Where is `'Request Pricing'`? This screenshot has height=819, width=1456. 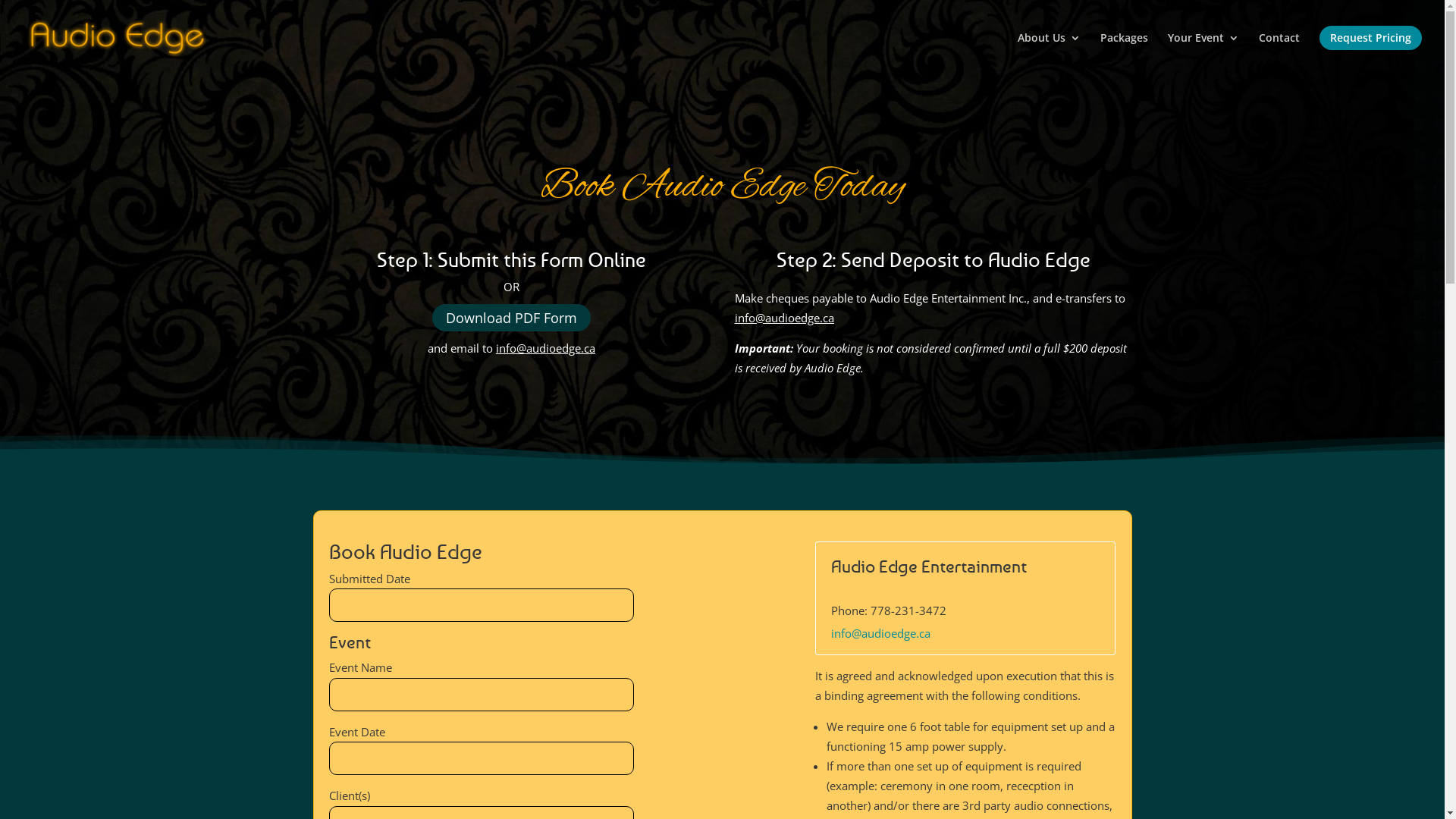
'Request Pricing' is located at coordinates (1318, 49).